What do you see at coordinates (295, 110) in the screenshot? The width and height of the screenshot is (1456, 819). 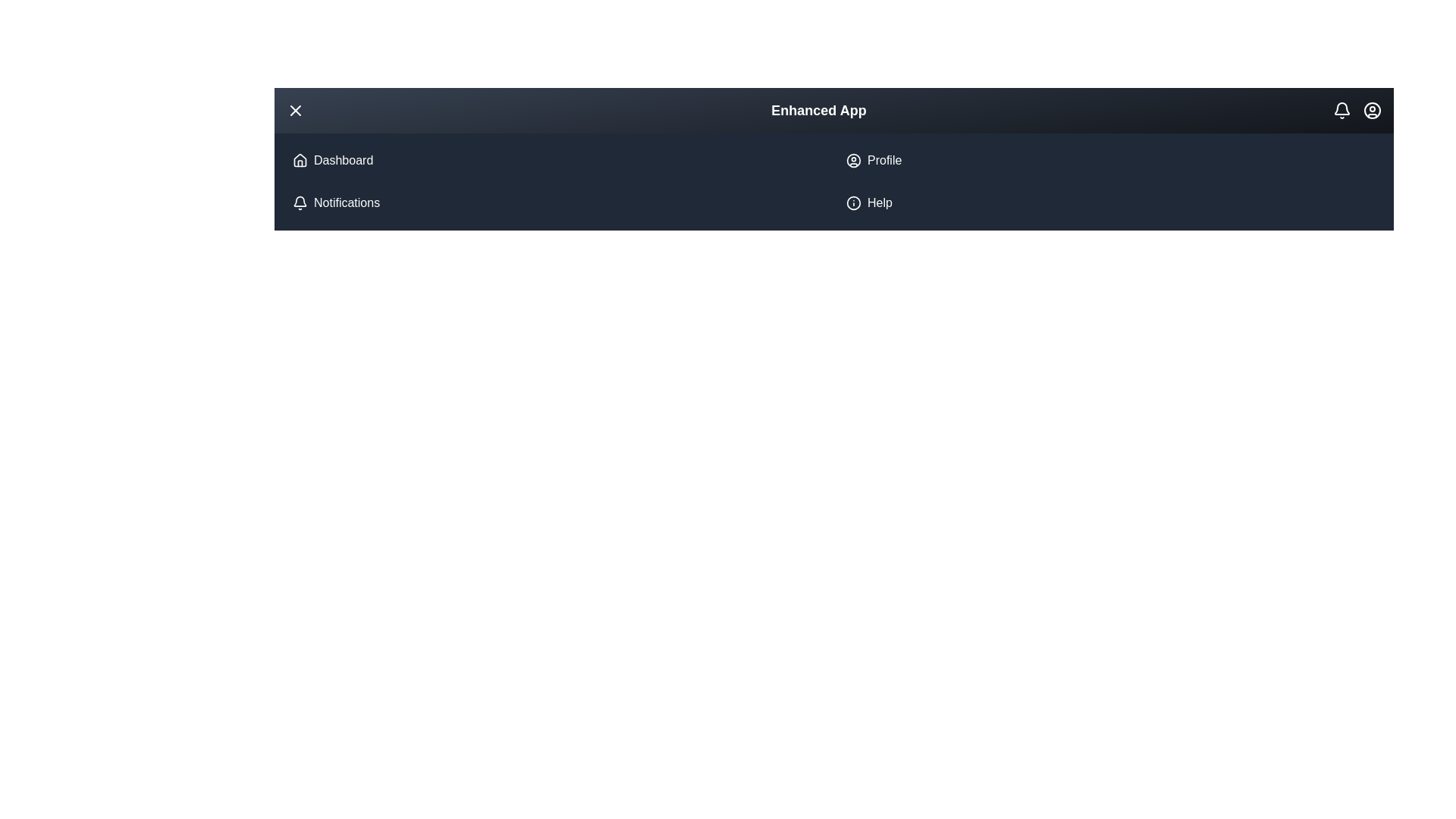 I see `the menu button to toggle the menu open/close state` at bounding box center [295, 110].